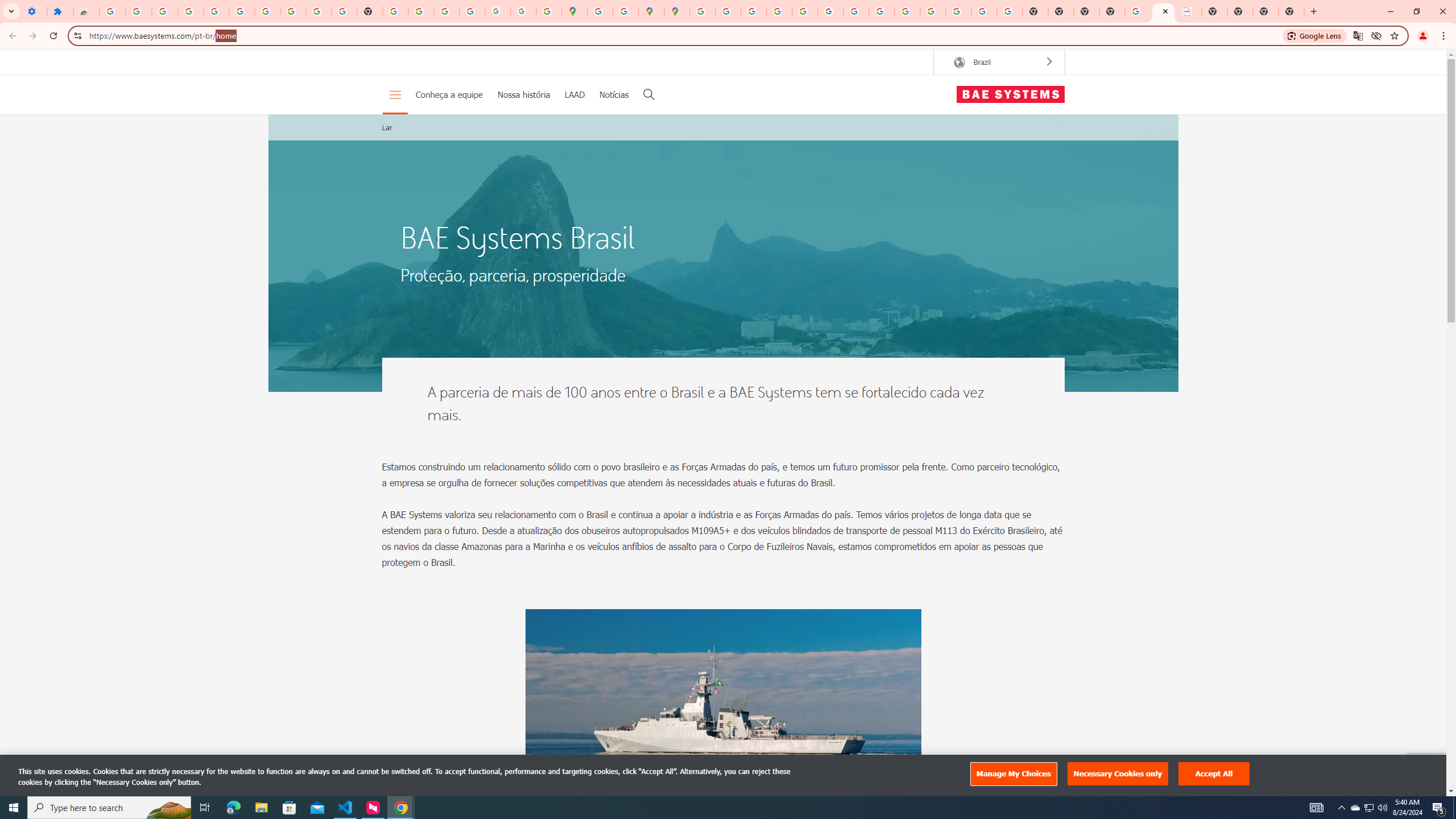 This screenshot has width=1456, height=819. What do you see at coordinates (1189, 11) in the screenshot?
I see `'BAE Systems Brasil | BAE Systems'` at bounding box center [1189, 11].